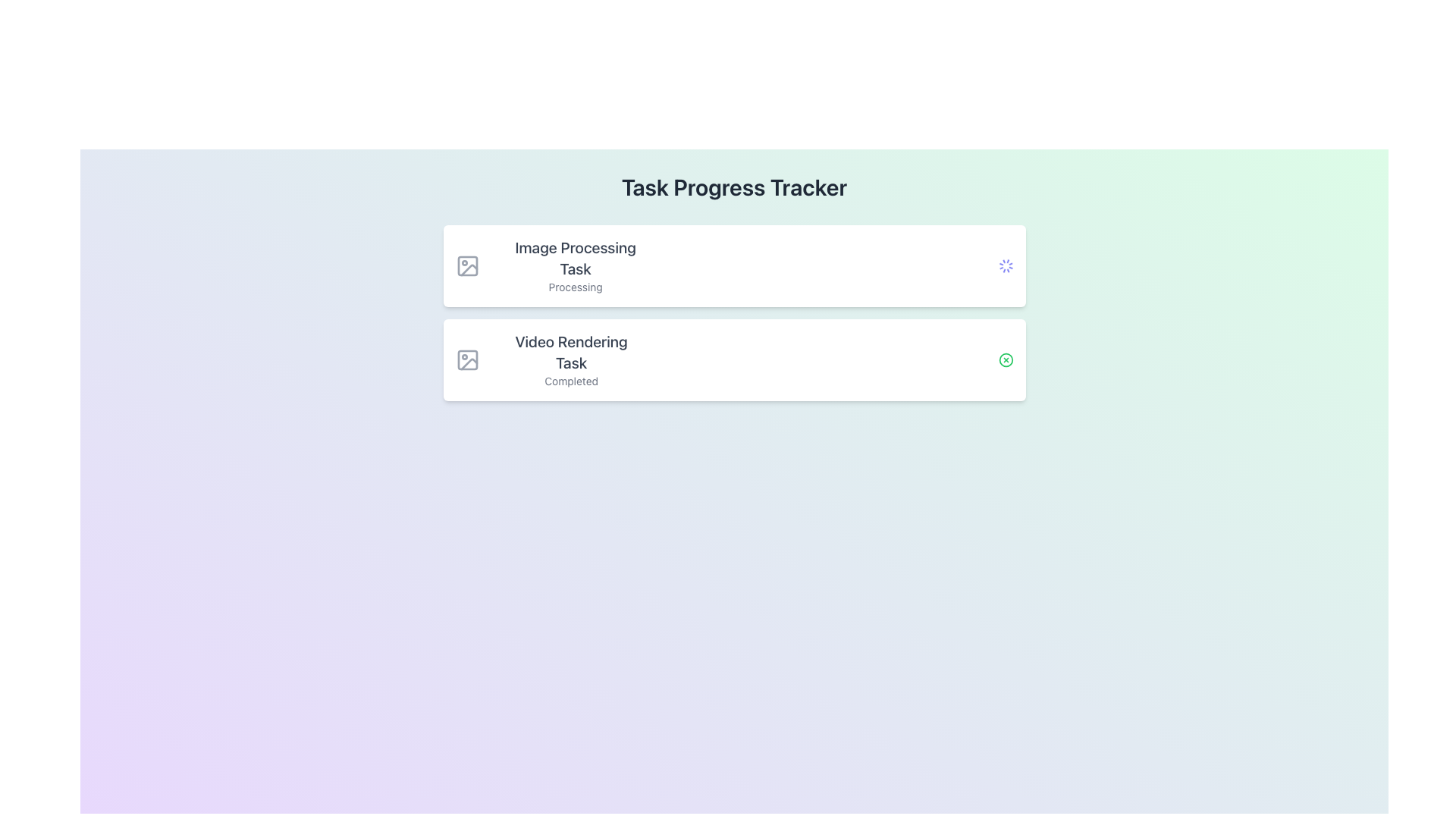 The width and height of the screenshot is (1456, 819). I want to click on the Loader Icon indicating the progress of the 'Image Processing Task' located at the top-right end of the first task card, so click(1006, 265).